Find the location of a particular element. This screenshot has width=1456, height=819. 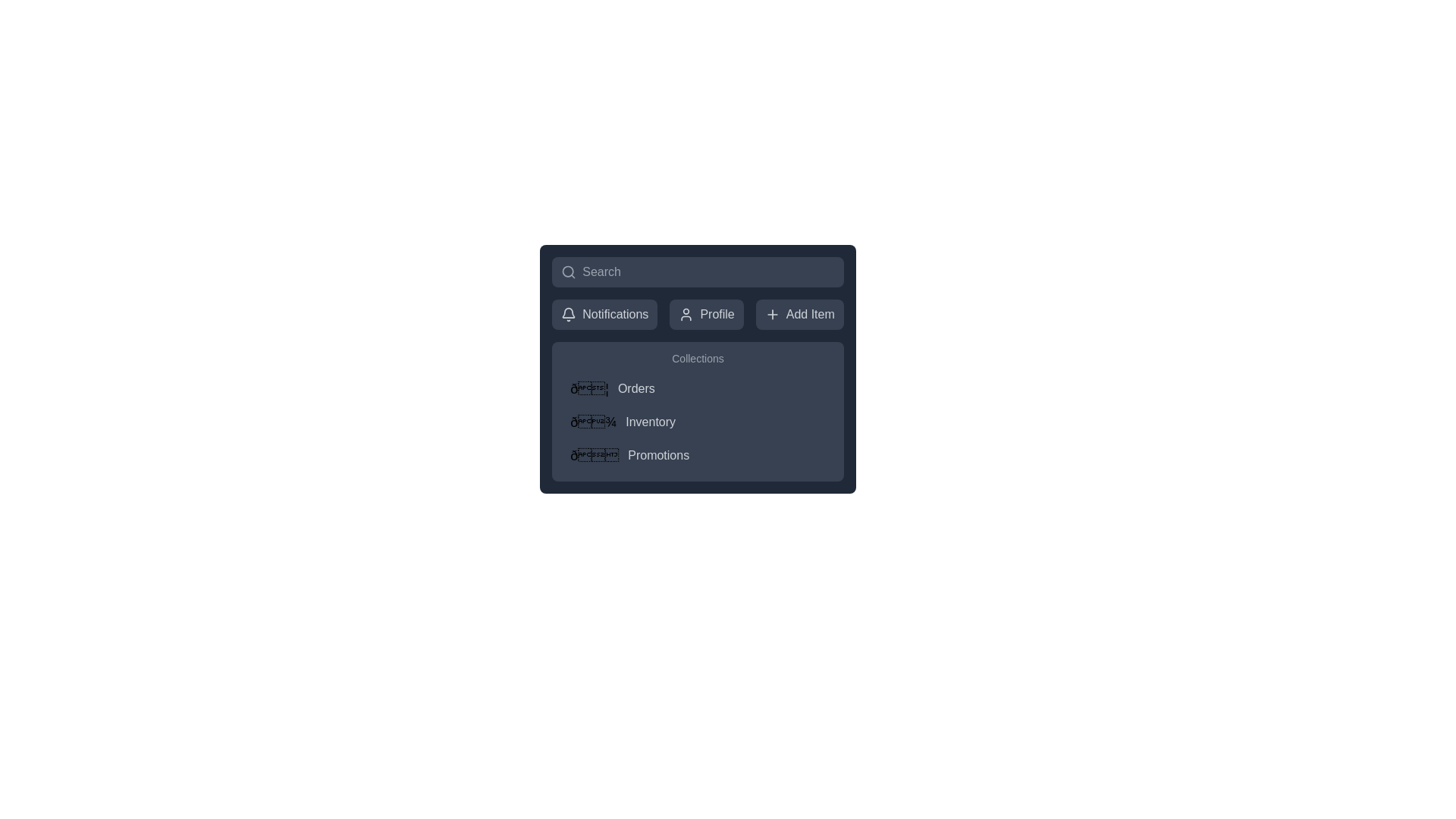

the 'Inventory' menu item, which is the second entry in the 'Collections' section is located at coordinates (697, 422).